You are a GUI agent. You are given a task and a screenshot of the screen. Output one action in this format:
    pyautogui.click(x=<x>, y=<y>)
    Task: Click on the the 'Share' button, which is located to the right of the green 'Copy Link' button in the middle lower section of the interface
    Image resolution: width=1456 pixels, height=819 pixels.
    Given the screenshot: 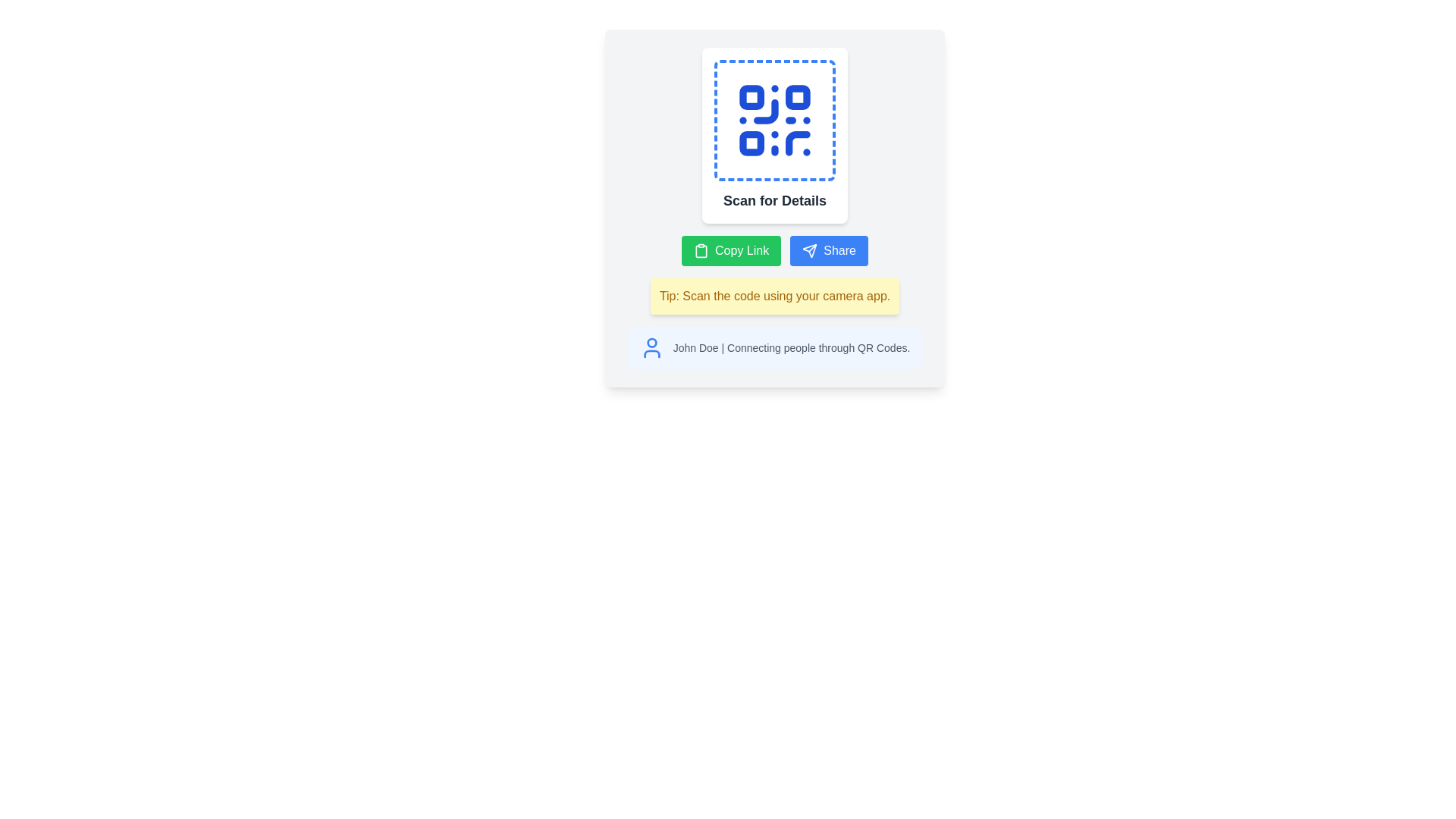 What is the action you would take?
    pyautogui.click(x=828, y=250)
    